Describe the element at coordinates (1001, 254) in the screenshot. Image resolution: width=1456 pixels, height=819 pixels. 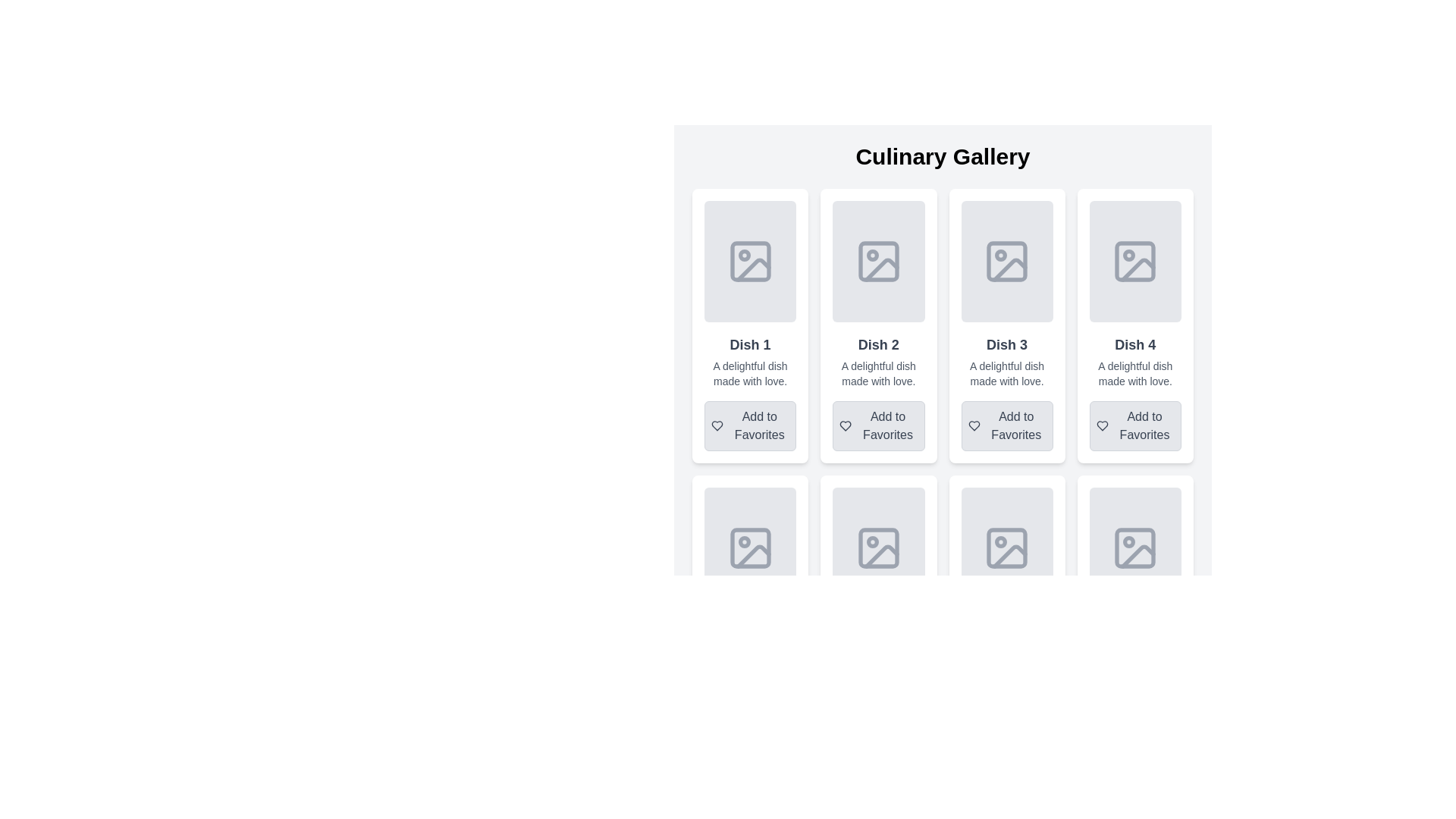
I see `the Indicator located within the third image placeholder icon in the 'Culinary Gallery' section, which serves as a visual alert regarding the image it overlays` at that location.